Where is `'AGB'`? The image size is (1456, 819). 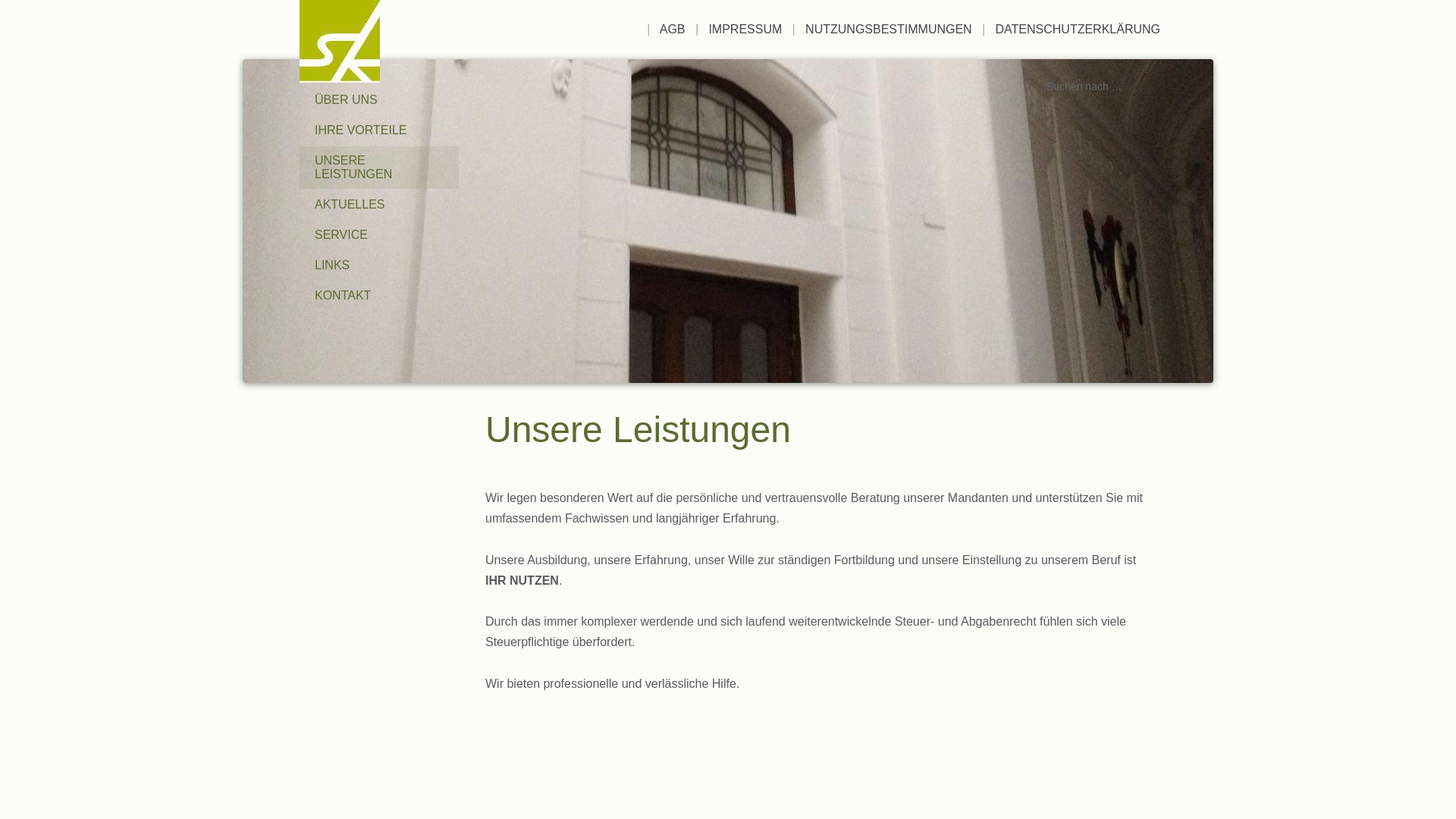 'AGB' is located at coordinates (672, 29).